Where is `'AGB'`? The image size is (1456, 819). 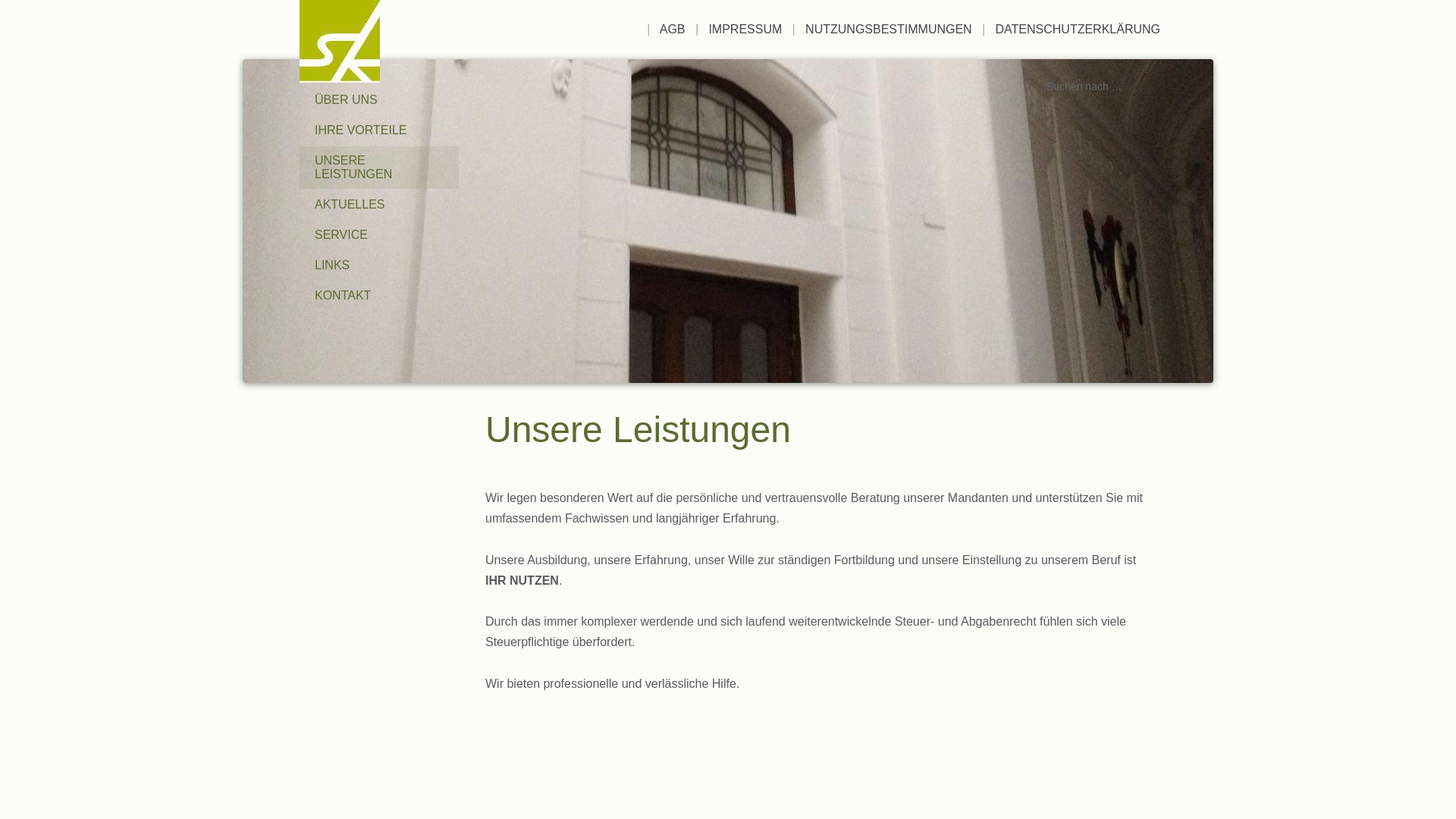 'AGB' is located at coordinates (672, 29).